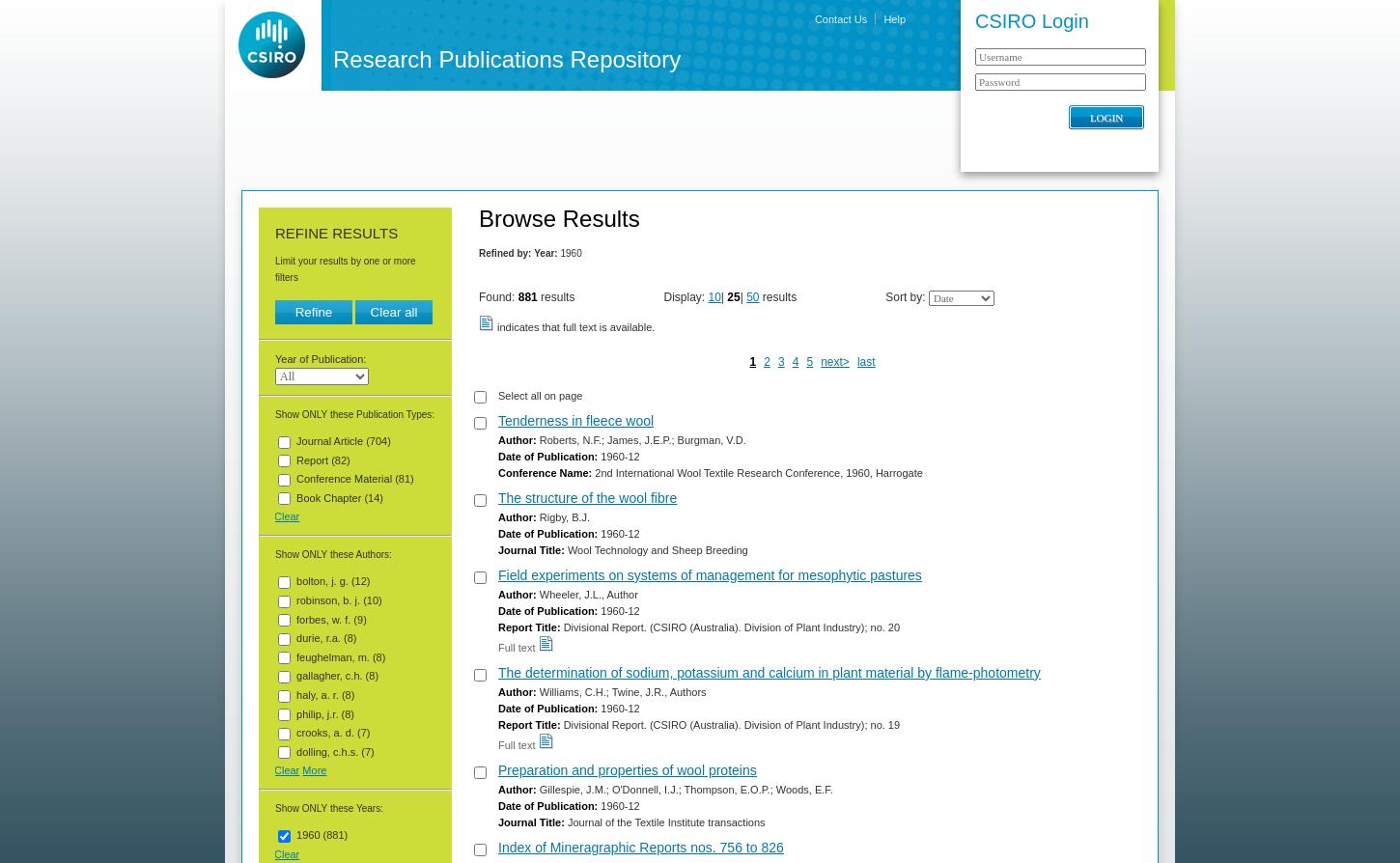  I want to click on 'Refine Results', so click(336, 232).